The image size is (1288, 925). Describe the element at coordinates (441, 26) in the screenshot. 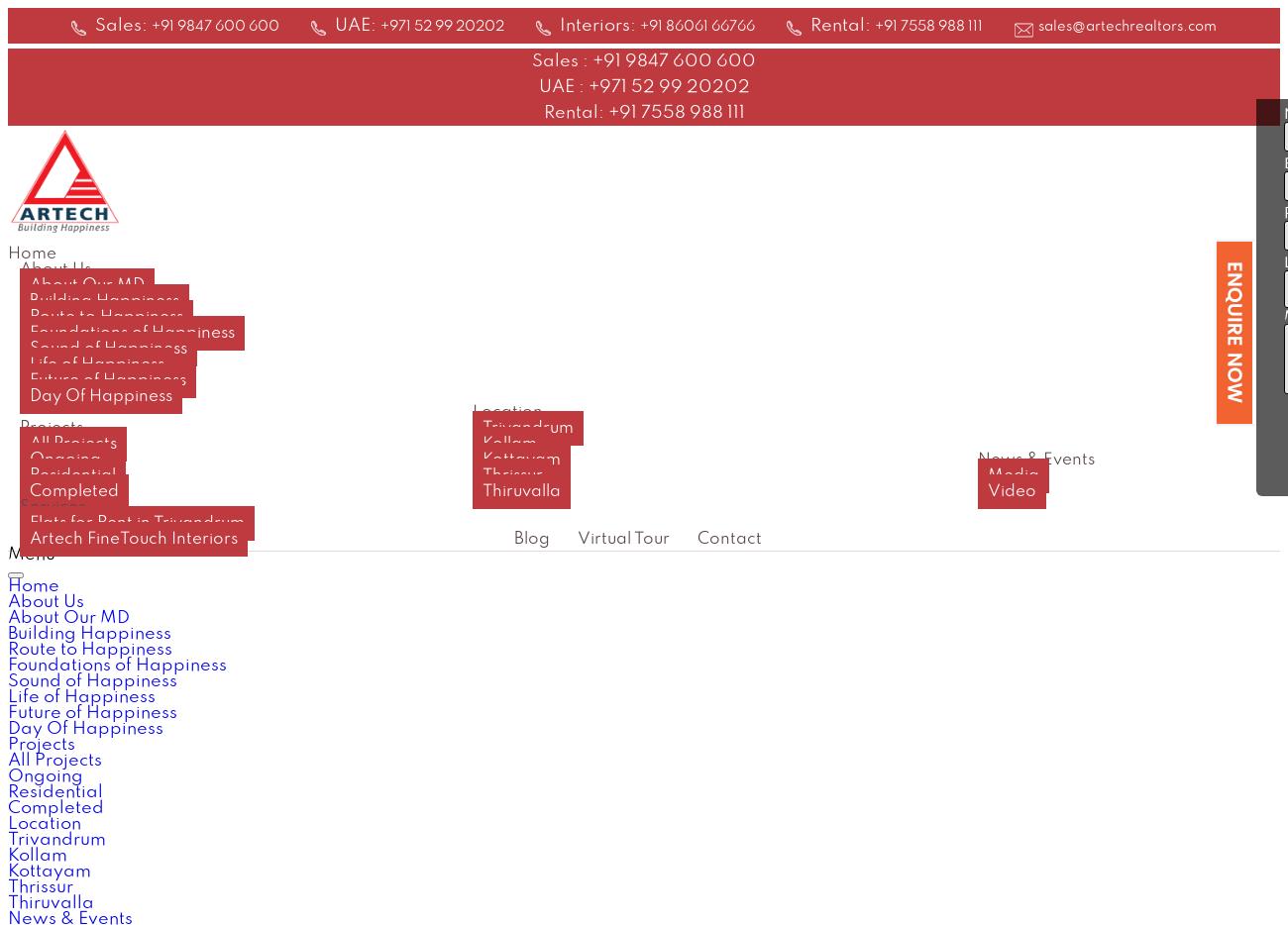

I see `'+971 52 99 20202'` at that location.